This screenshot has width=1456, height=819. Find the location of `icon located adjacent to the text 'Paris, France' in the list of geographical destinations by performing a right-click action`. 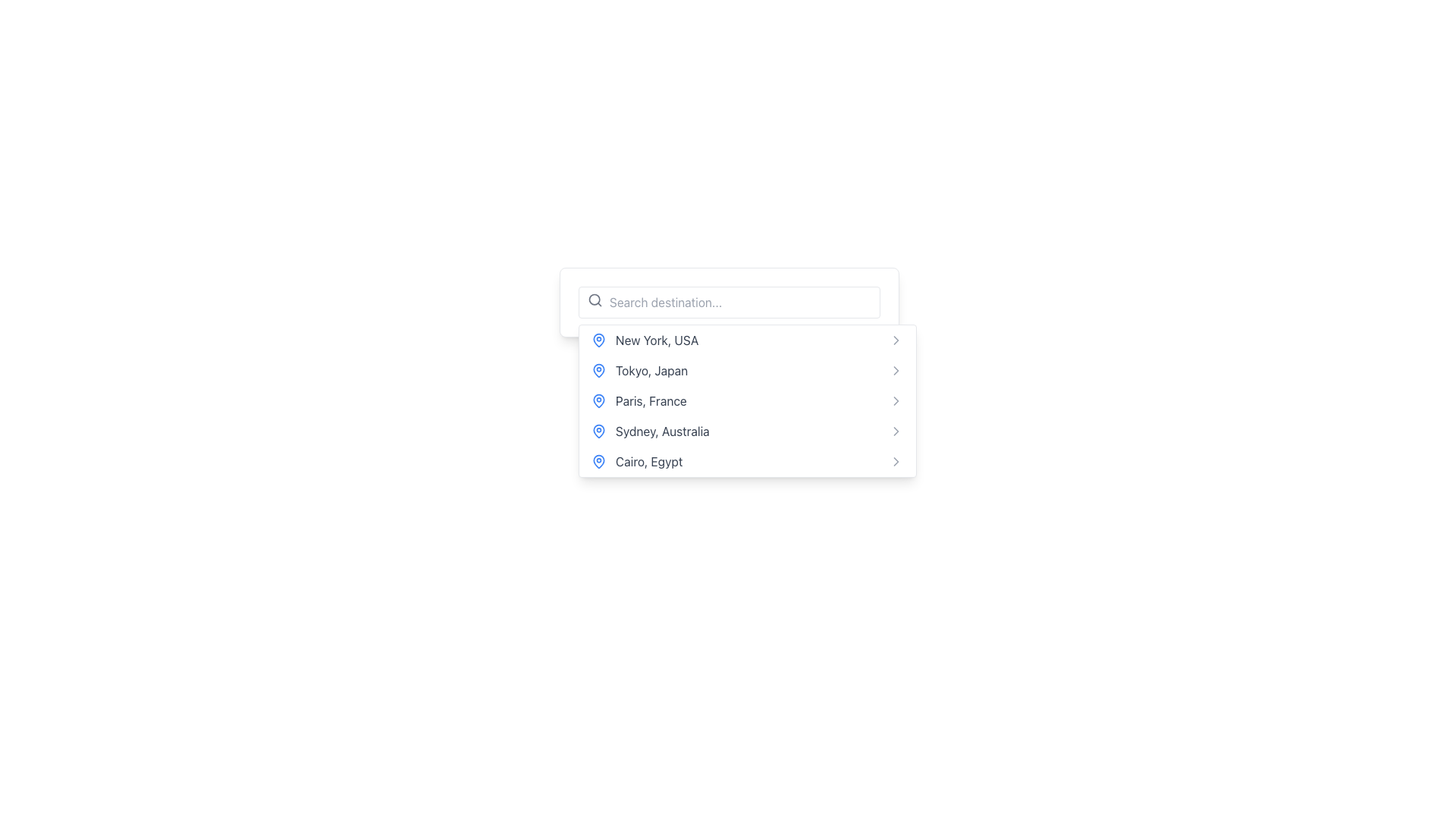

icon located adjacent to the text 'Paris, France' in the list of geographical destinations by performing a right-click action is located at coordinates (598, 400).